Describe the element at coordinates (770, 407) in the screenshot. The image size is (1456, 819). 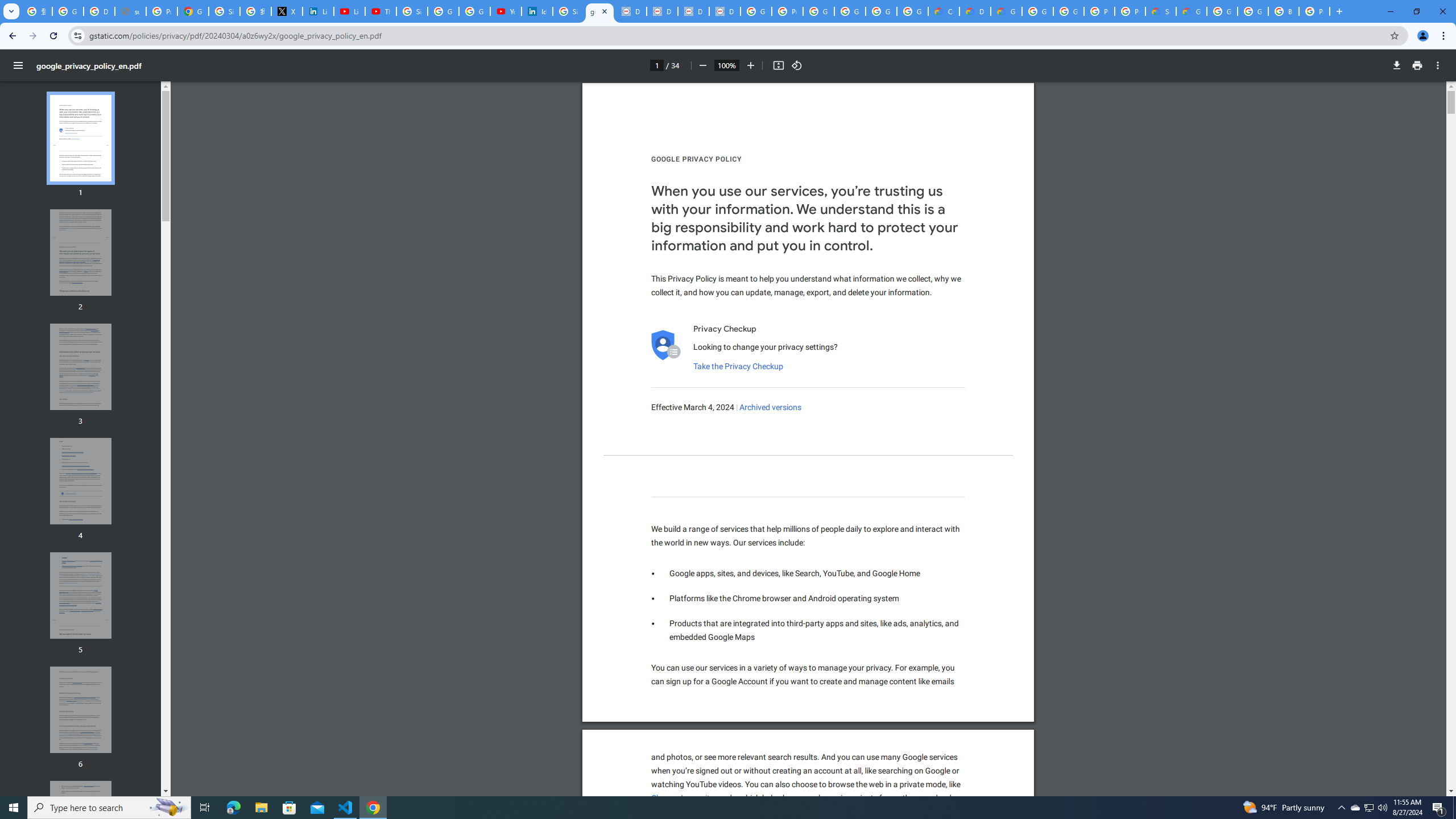
I see `'Archived versions'` at that location.